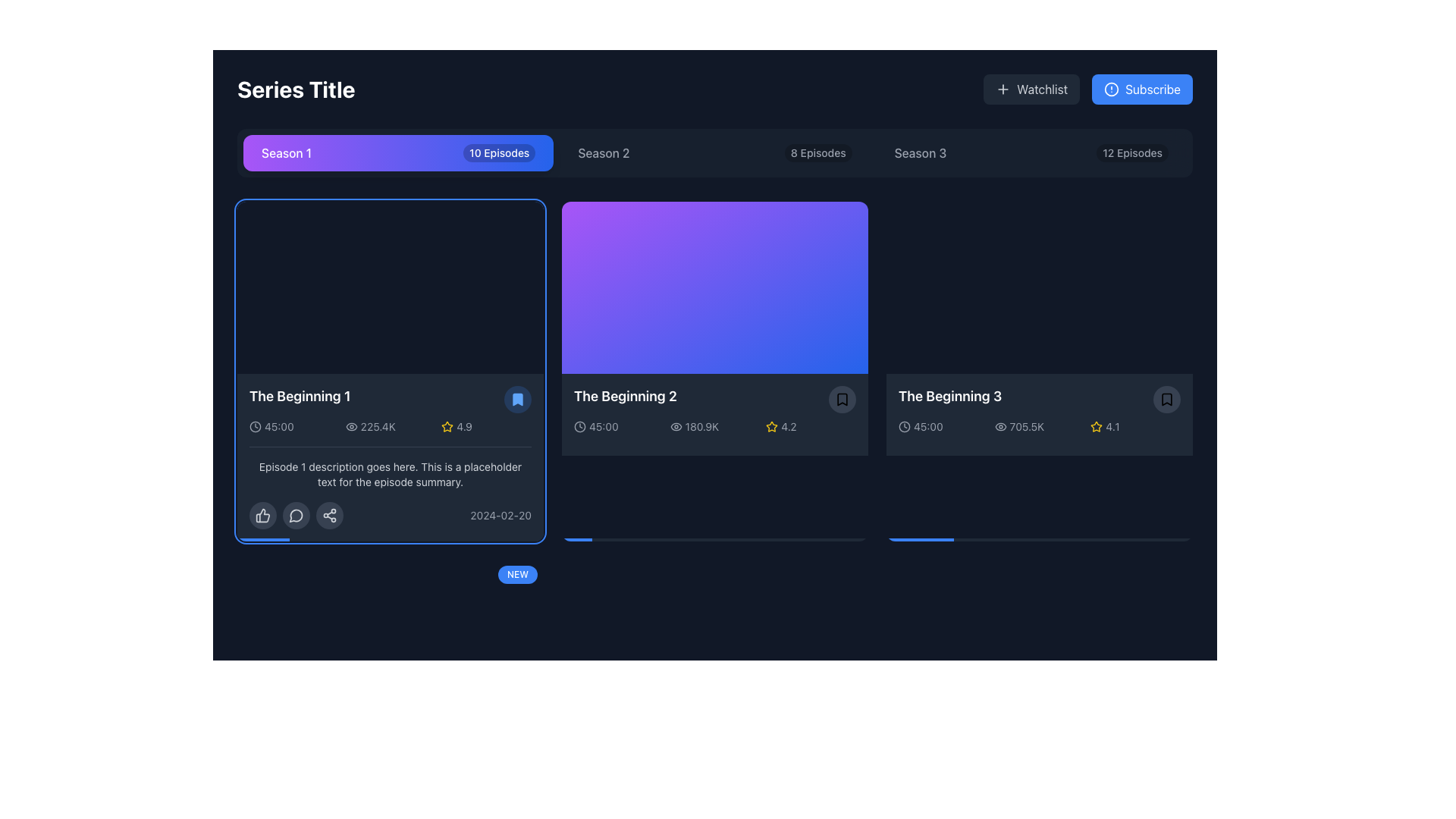  What do you see at coordinates (1039, 371) in the screenshot?
I see `the third video content card in the grid layout` at bounding box center [1039, 371].